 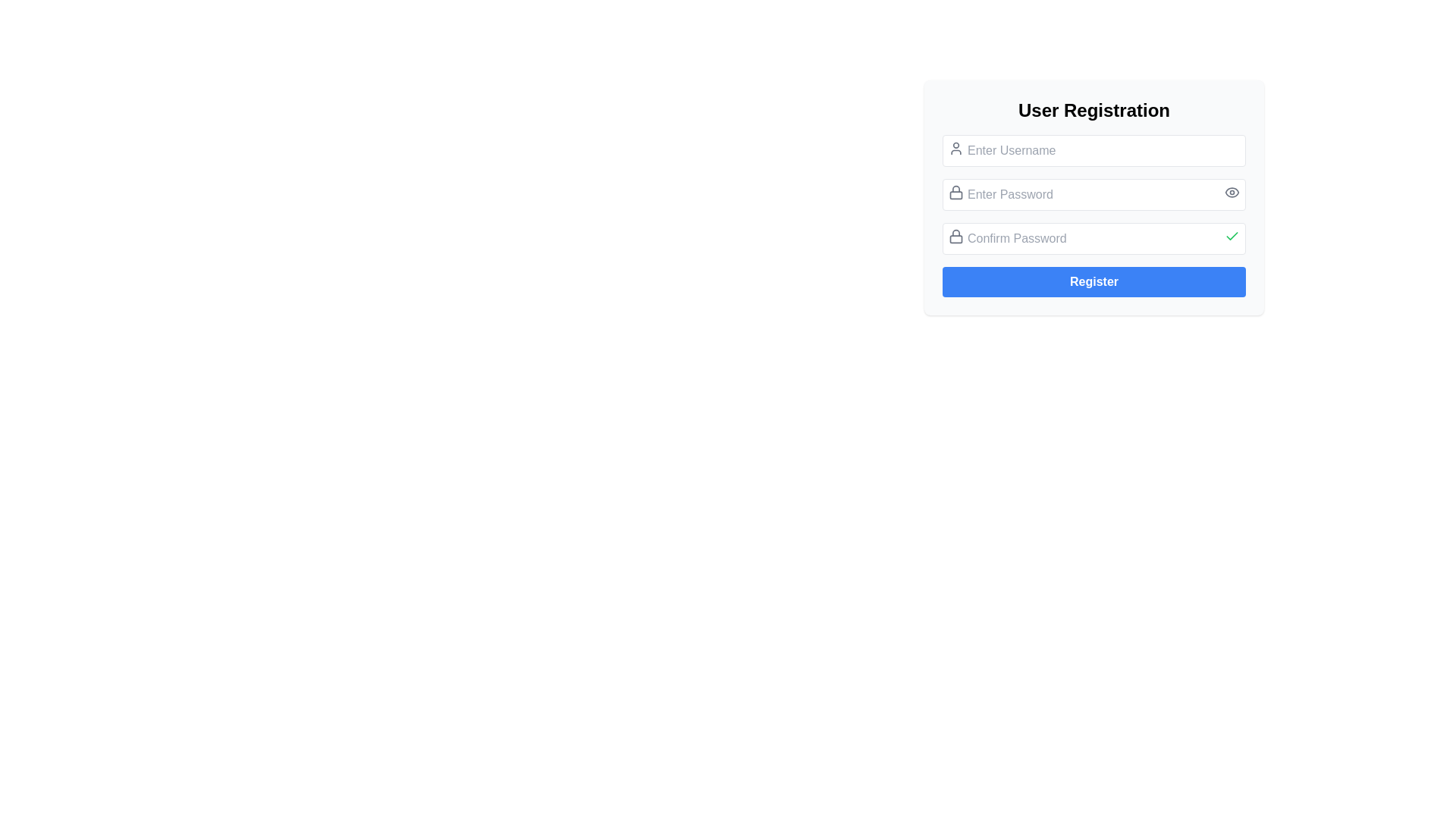 I want to click on the eye icon component that toggles the visibility of the password in the adjacent input field, so click(x=1232, y=192).